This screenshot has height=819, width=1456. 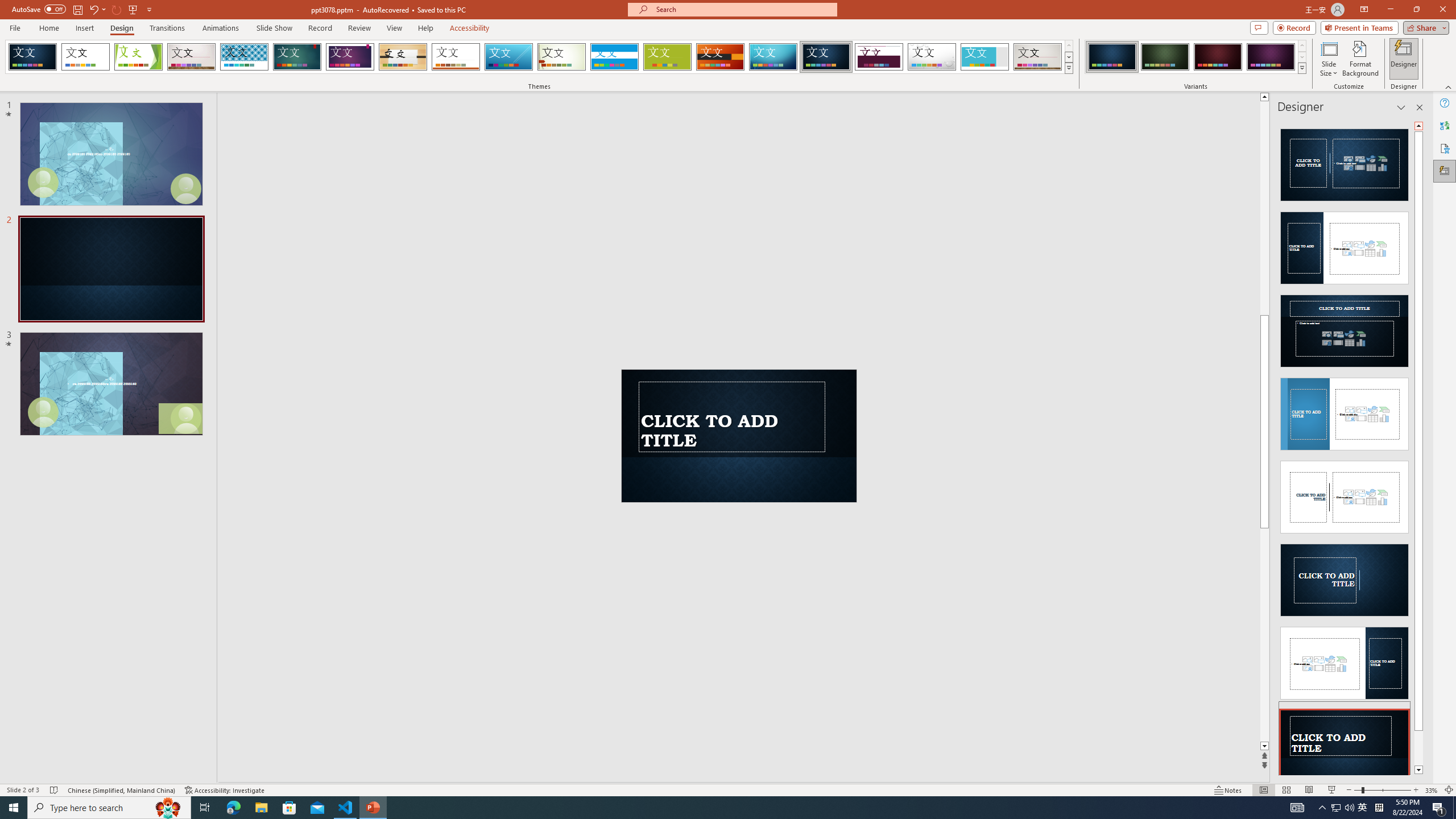 What do you see at coordinates (508, 56) in the screenshot?
I see `'Slice'` at bounding box center [508, 56].